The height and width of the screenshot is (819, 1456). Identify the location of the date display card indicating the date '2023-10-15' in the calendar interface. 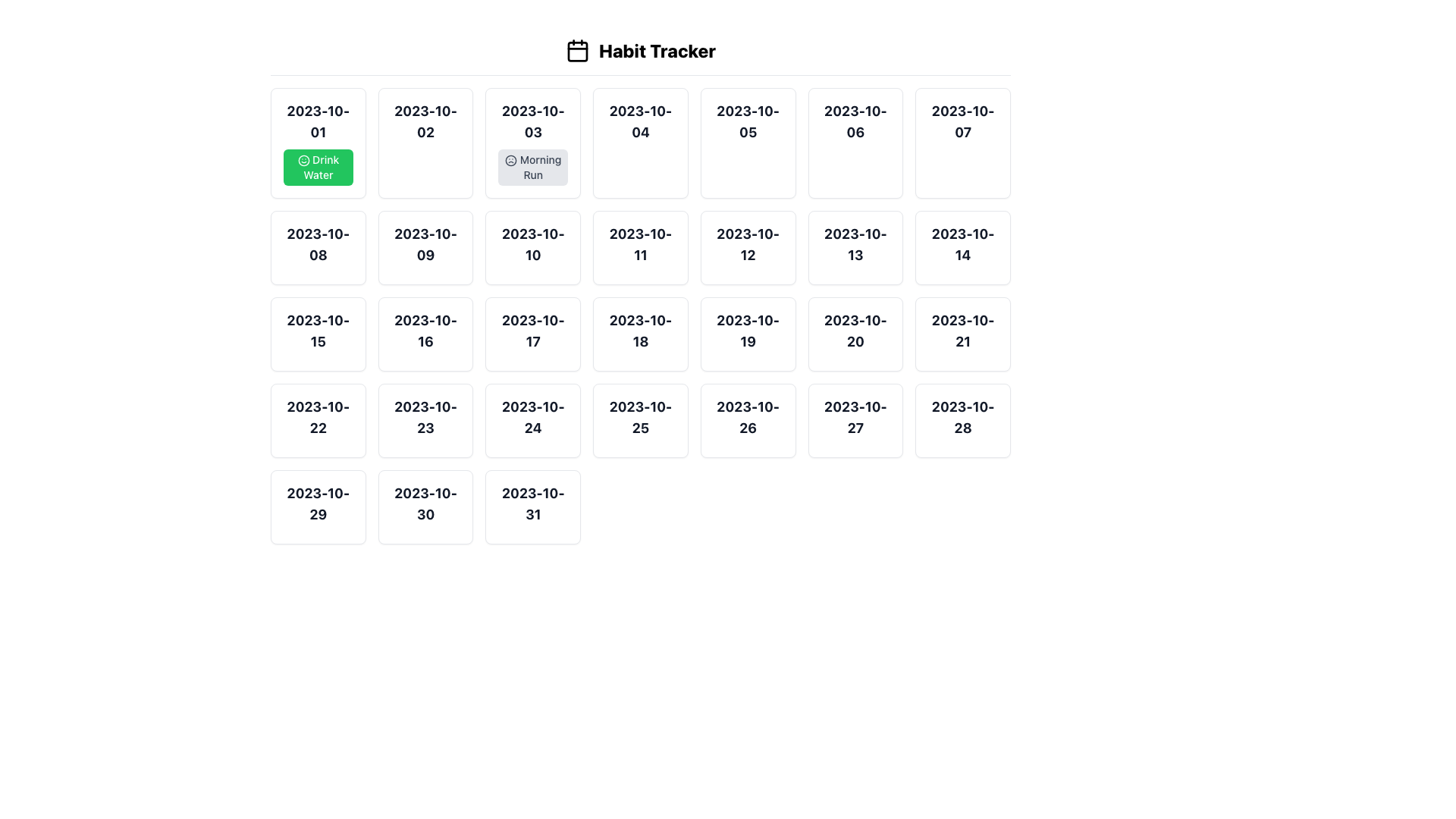
(317, 333).